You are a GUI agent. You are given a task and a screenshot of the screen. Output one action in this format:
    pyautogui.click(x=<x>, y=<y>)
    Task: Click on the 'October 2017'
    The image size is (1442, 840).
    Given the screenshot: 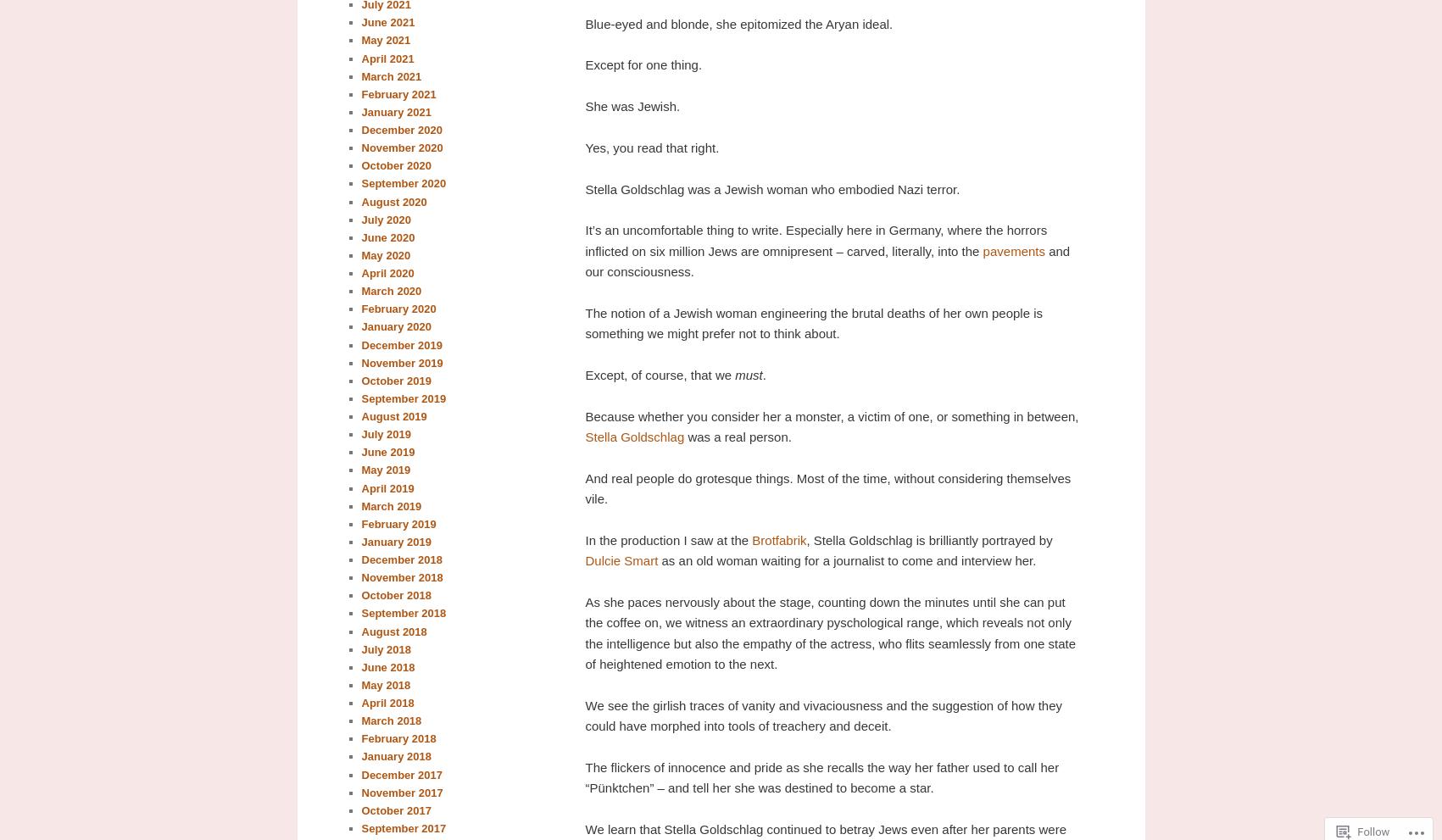 What is the action you would take?
    pyautogui.click(x=394, y=809)
    